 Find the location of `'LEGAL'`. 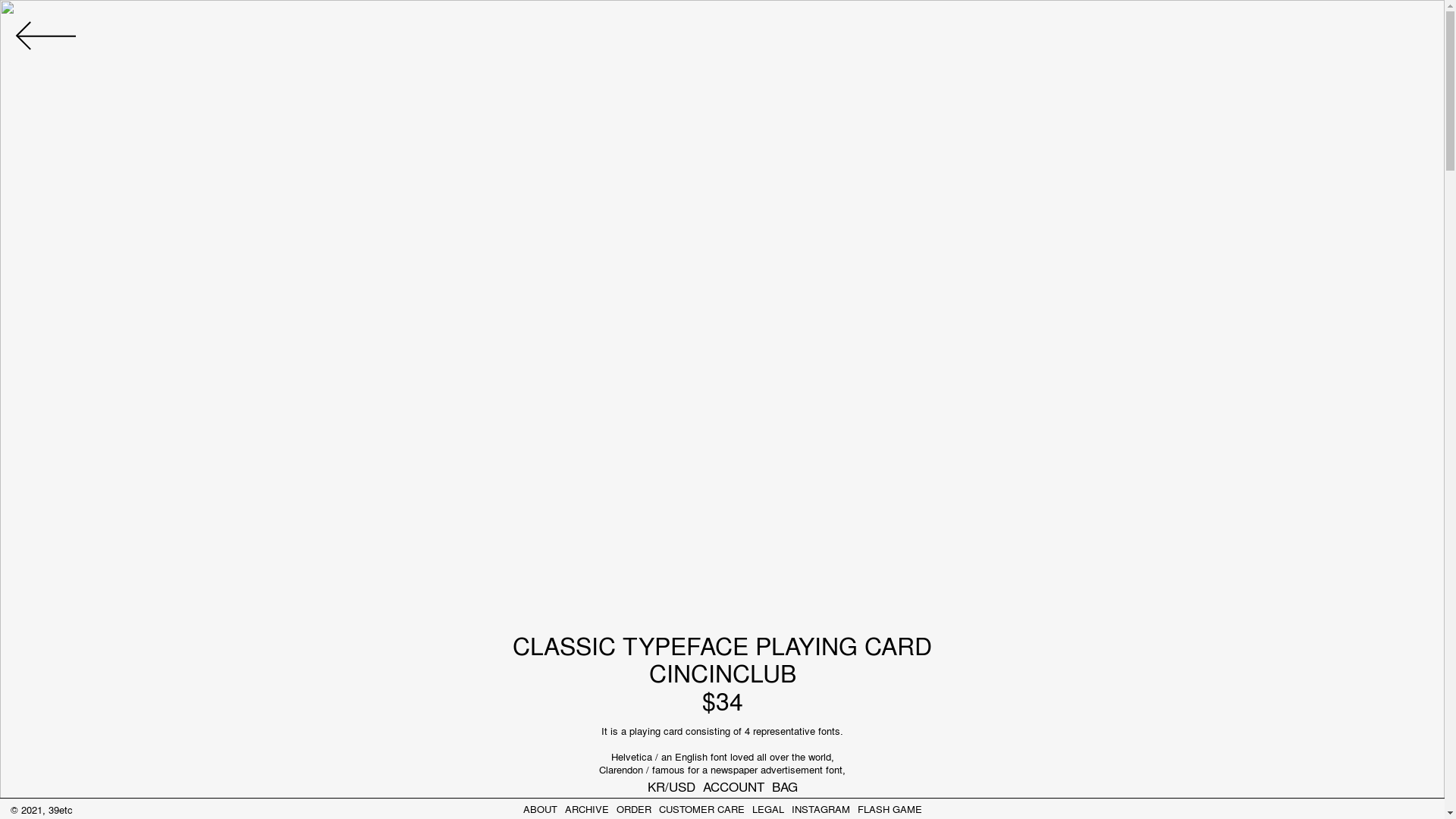

'LEGAL' is located at coordinates (767, 808).